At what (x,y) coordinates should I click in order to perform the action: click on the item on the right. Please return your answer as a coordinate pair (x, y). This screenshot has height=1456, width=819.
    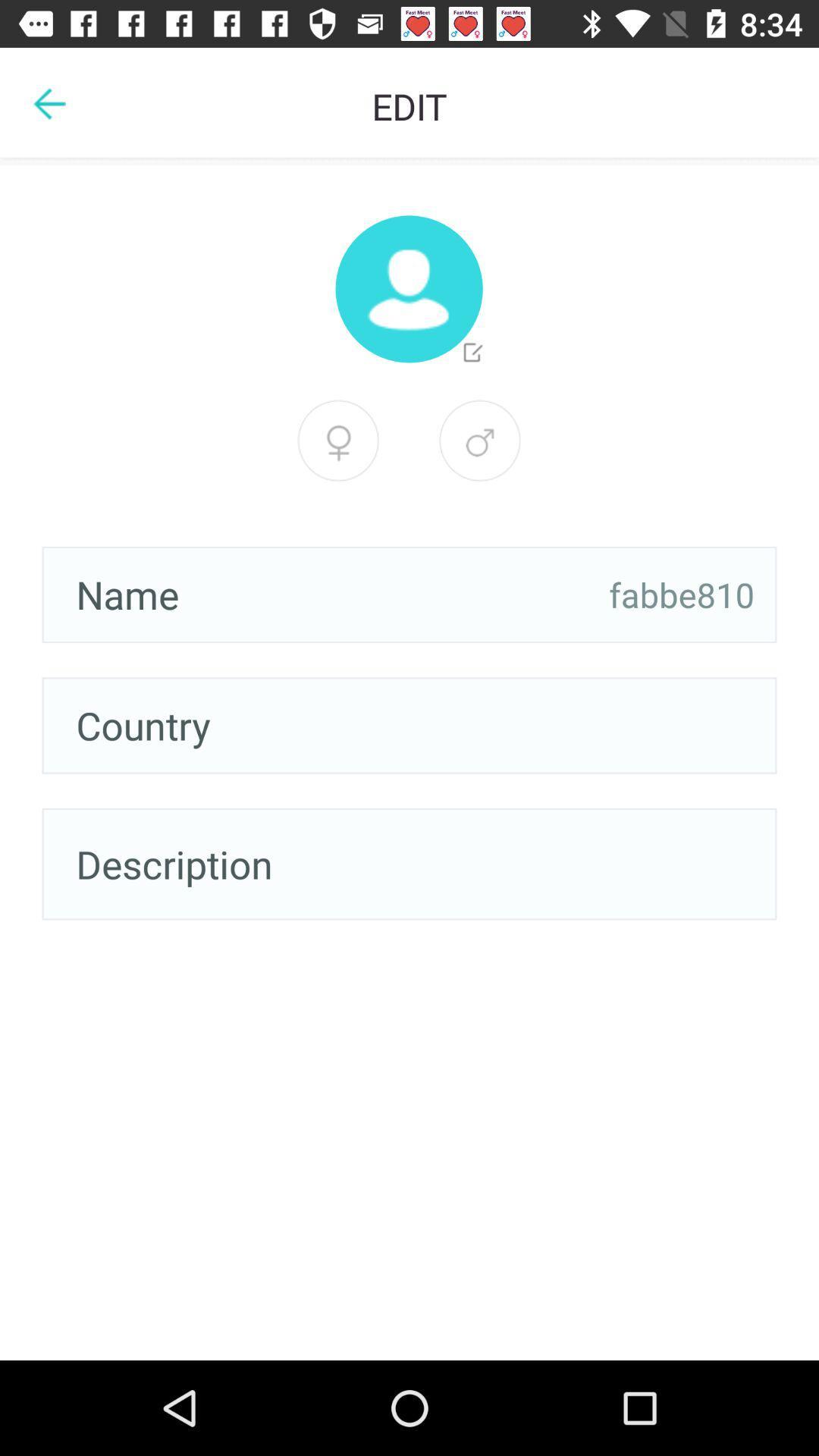
    Looking at the image, I should click on (681, 594).